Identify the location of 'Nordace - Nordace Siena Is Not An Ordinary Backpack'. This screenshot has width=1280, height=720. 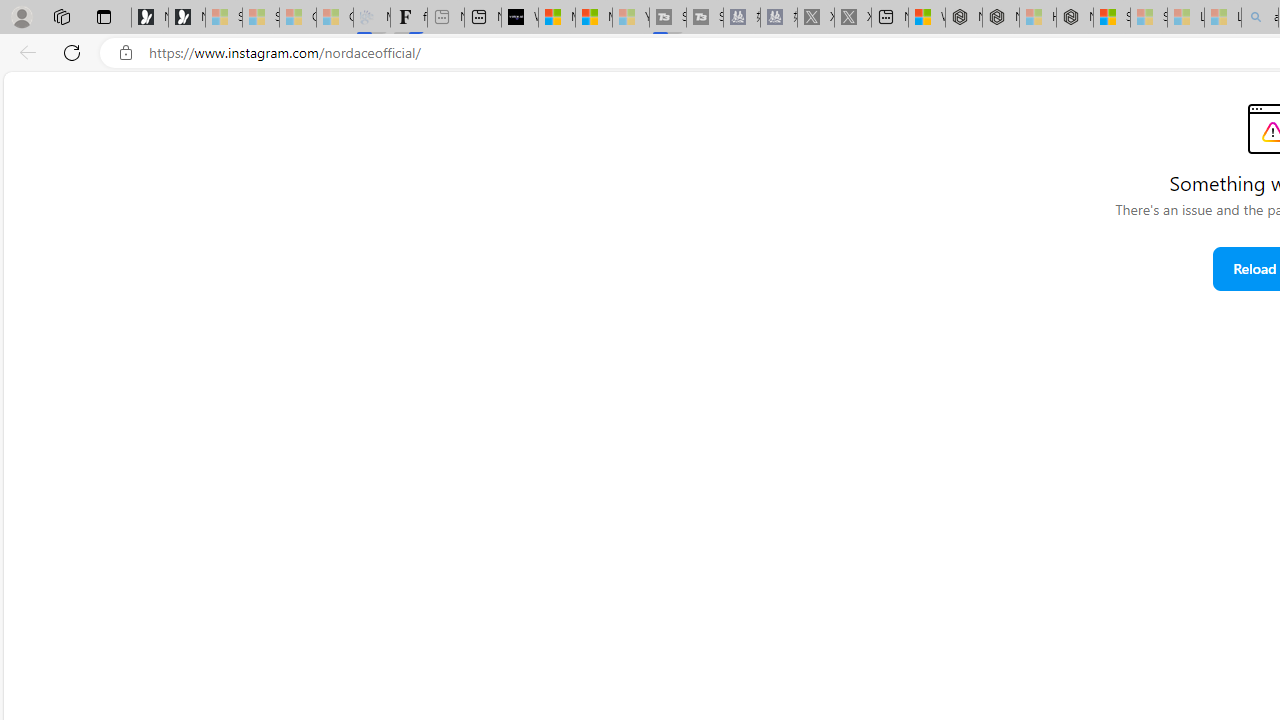
(1074, 17).